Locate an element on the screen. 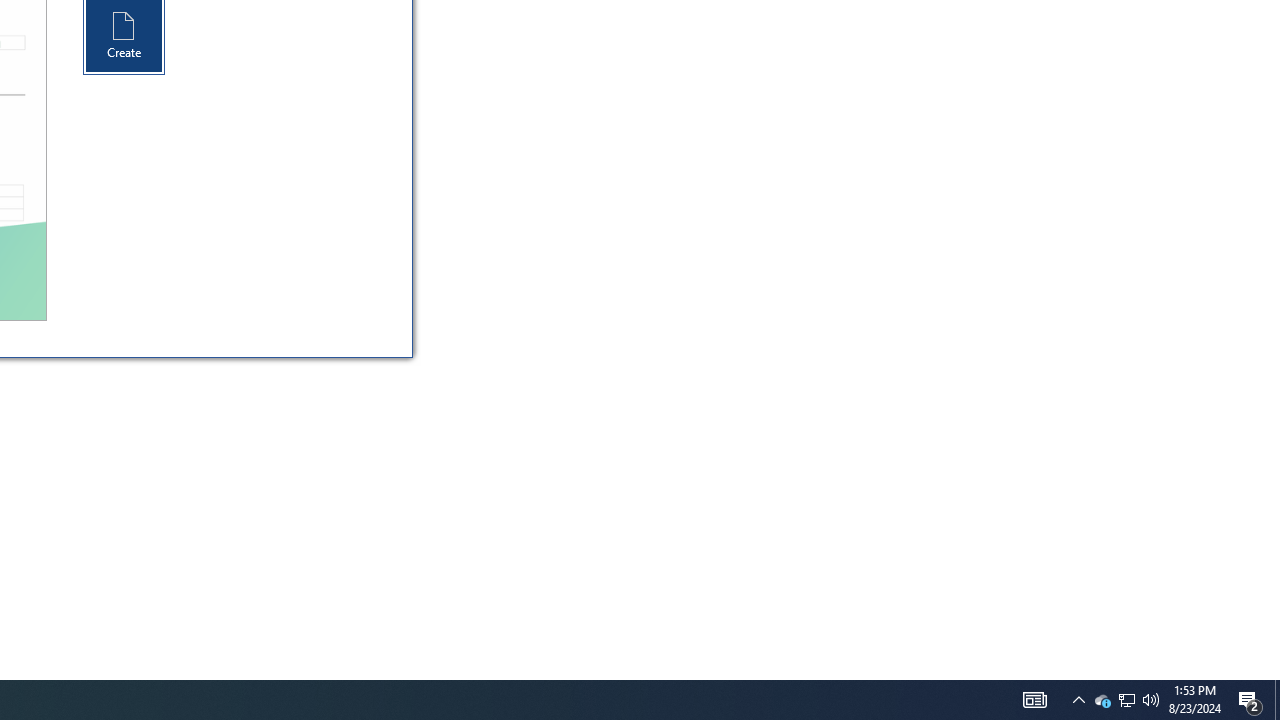 This screenshot has height=720, width=1280. 'Q2790: 100%' is located at coordinates (1101, 698).